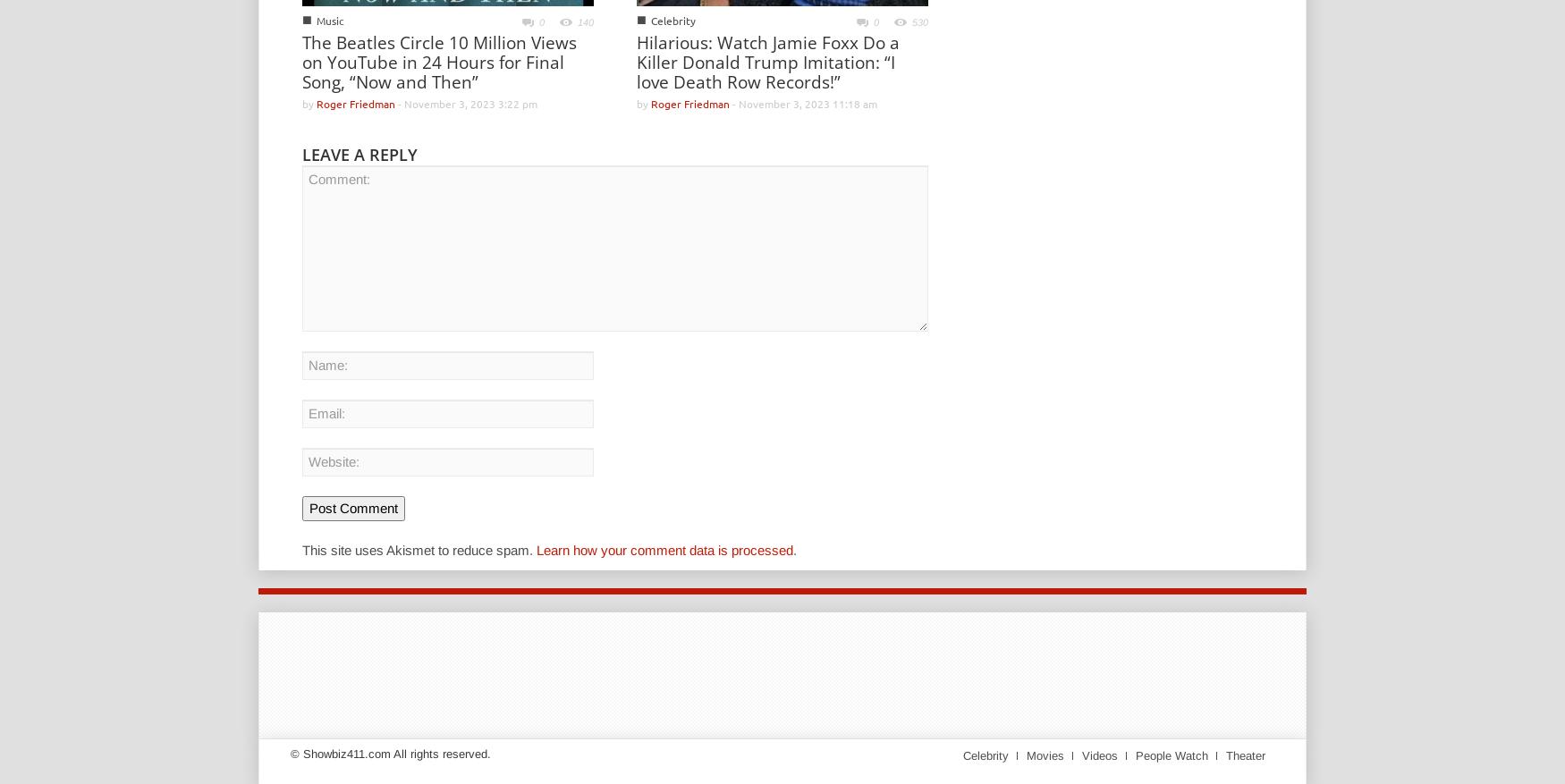 The image size is (1565, 784). What do you see at coordinates (794, 548) in the screenshot?
I see `'.'` at bounding box center [794, 548].